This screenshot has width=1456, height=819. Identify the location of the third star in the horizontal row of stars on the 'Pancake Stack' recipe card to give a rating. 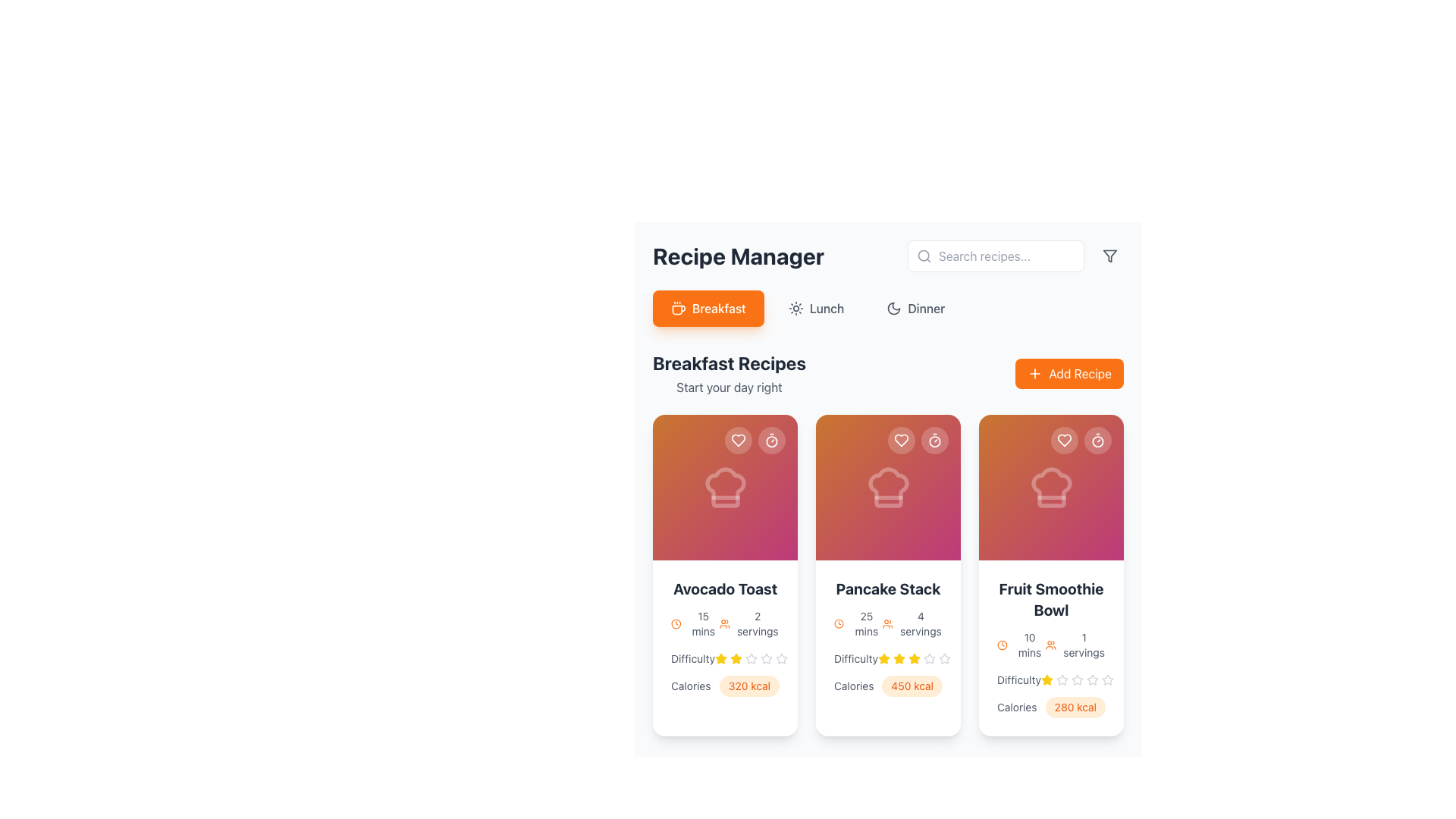
(928, 657).